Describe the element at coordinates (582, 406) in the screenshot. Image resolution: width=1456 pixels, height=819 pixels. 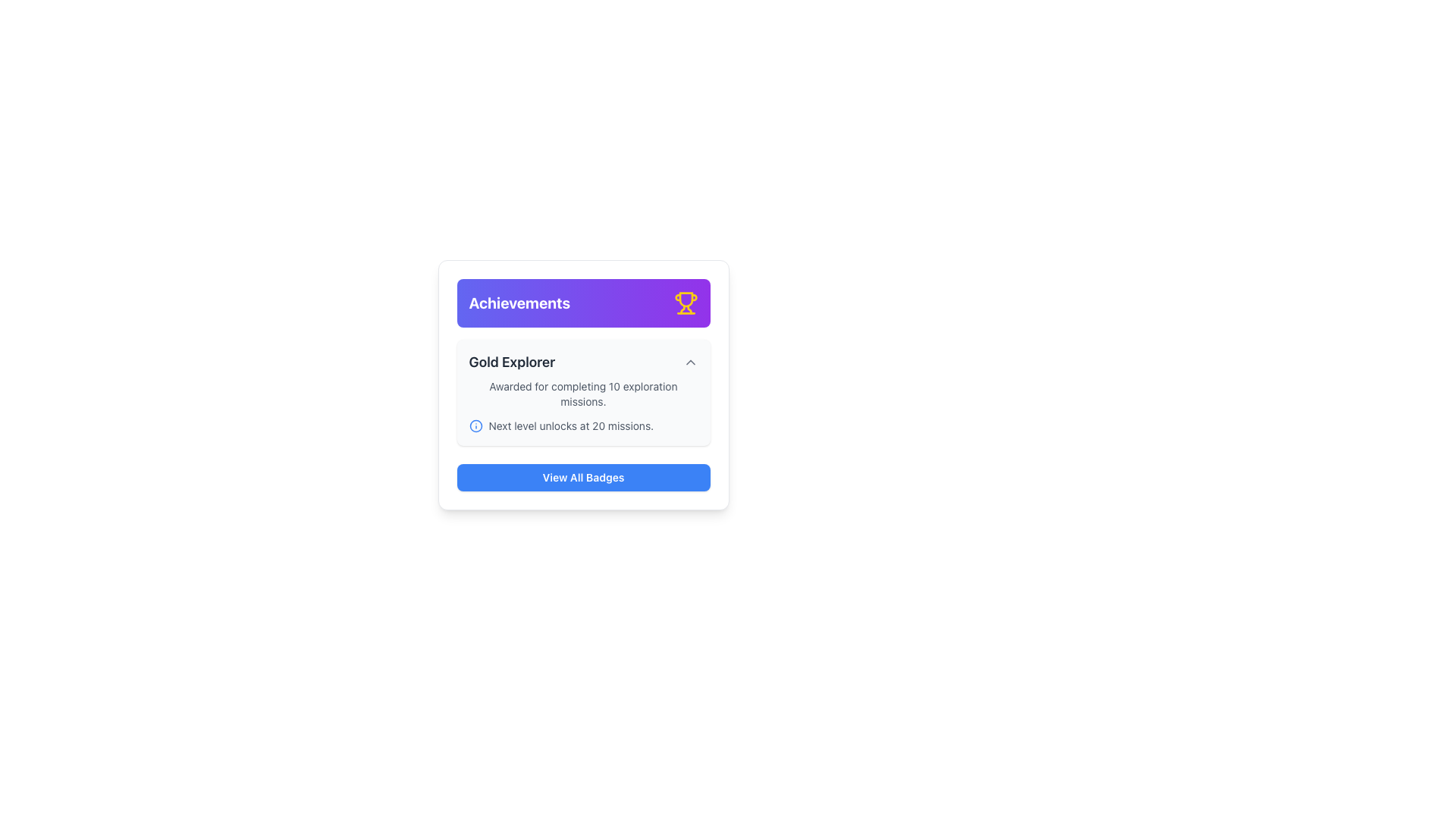
I see `informational text block that states 'Awarded for completing 10 exploration missions.' and 'Next level unlocks at 20 missions.' below the blue information icon within the 'Gold Explorer' card` at that location.